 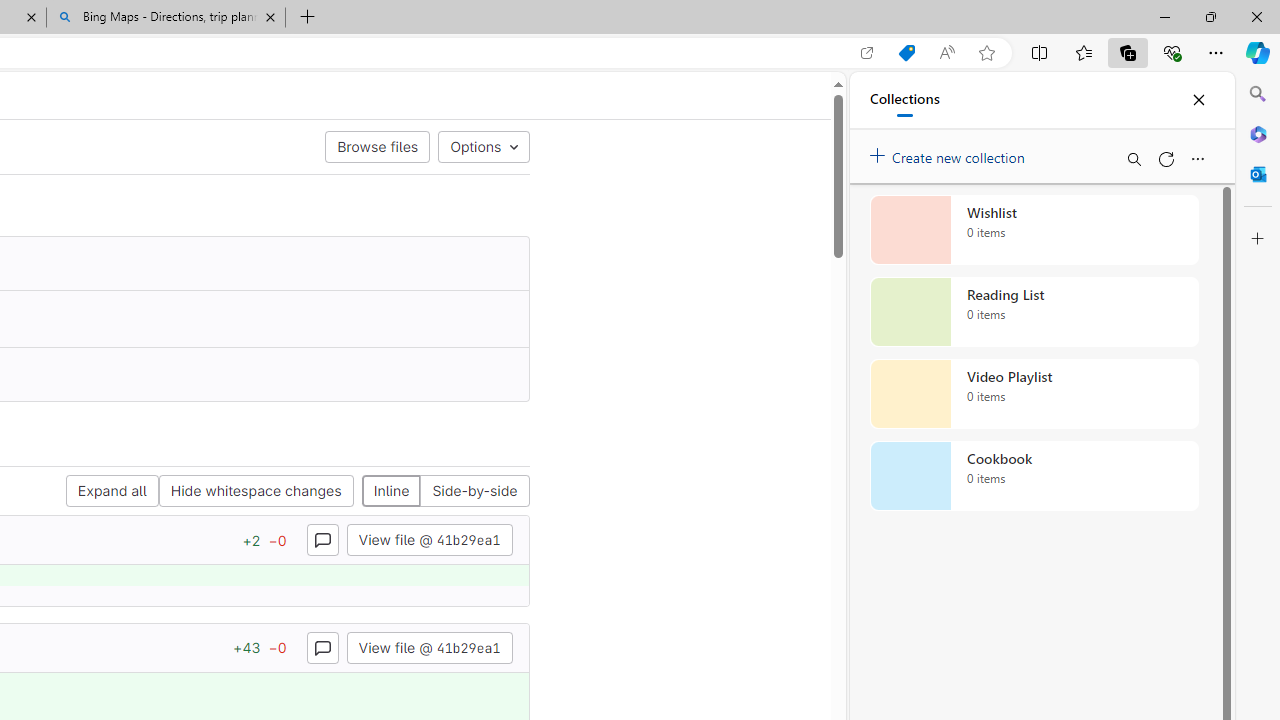 What do you see at coordinates (483, 145) in the screenshot?
I see `'Options'` at bounding box center [483, 145].